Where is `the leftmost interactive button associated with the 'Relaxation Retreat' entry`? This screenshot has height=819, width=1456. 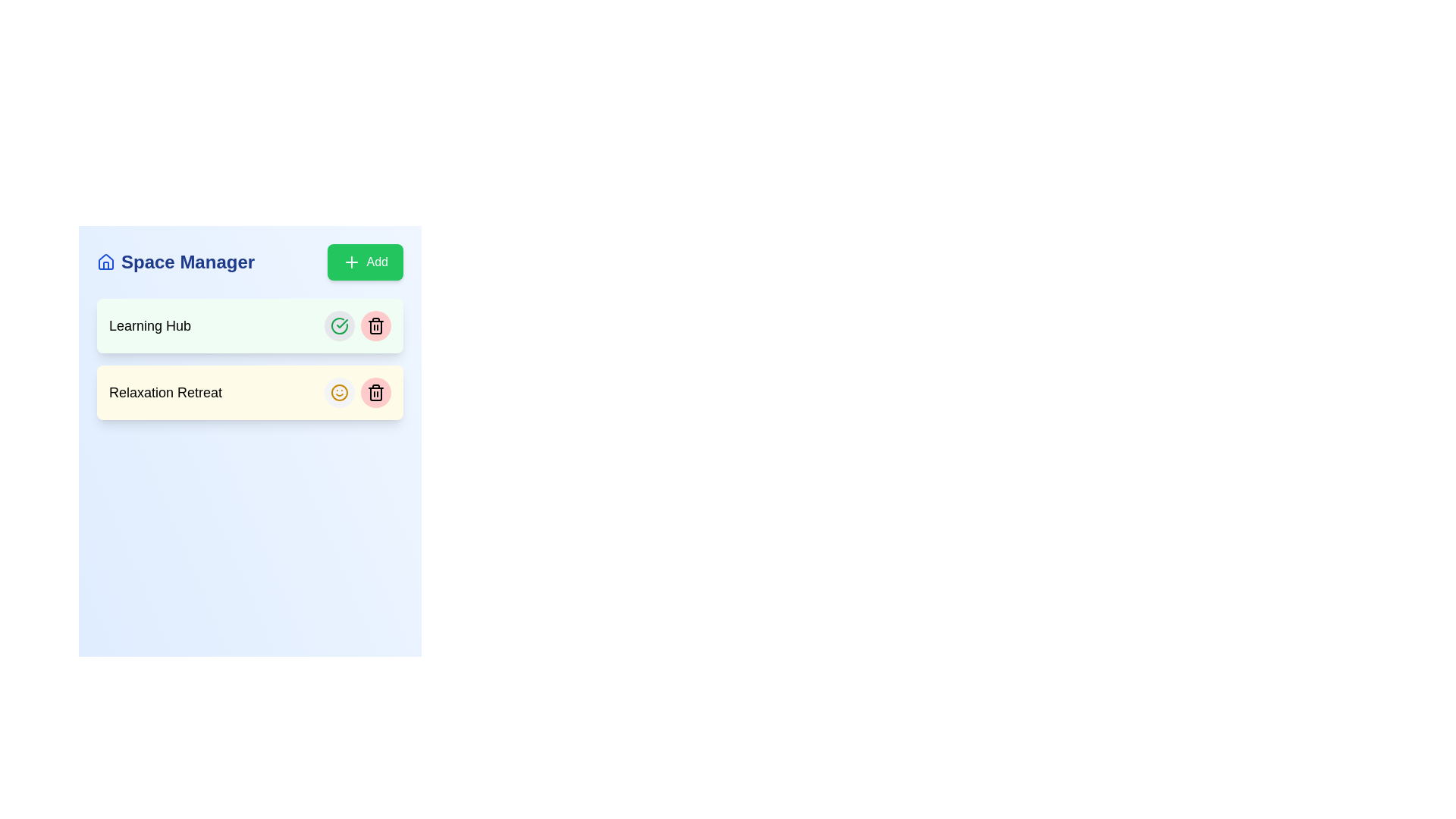
the leftmost interactive button associated with the 'Relaxation Retreat' entry is located at coordinates (338, 391).